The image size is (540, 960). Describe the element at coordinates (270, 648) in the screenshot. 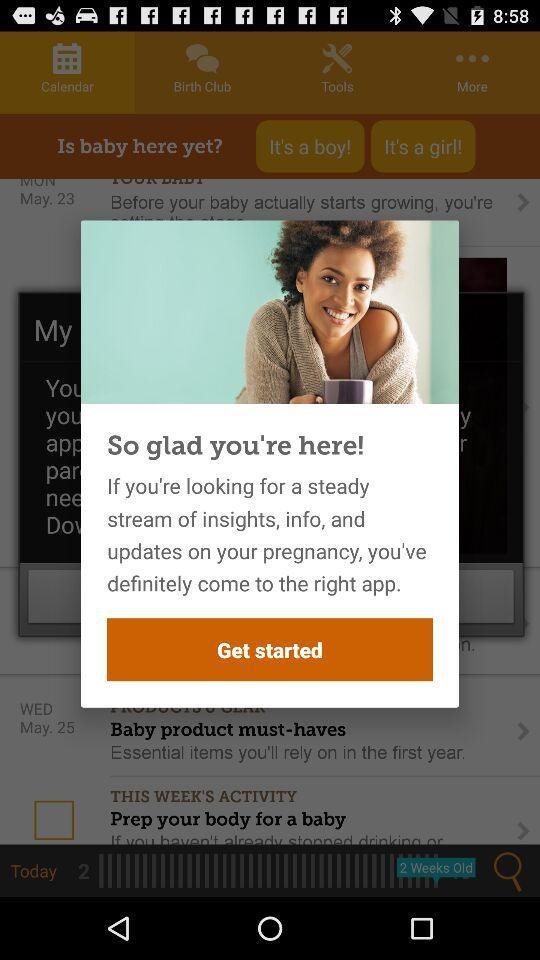

I see `icon below the if you re item` at that location.